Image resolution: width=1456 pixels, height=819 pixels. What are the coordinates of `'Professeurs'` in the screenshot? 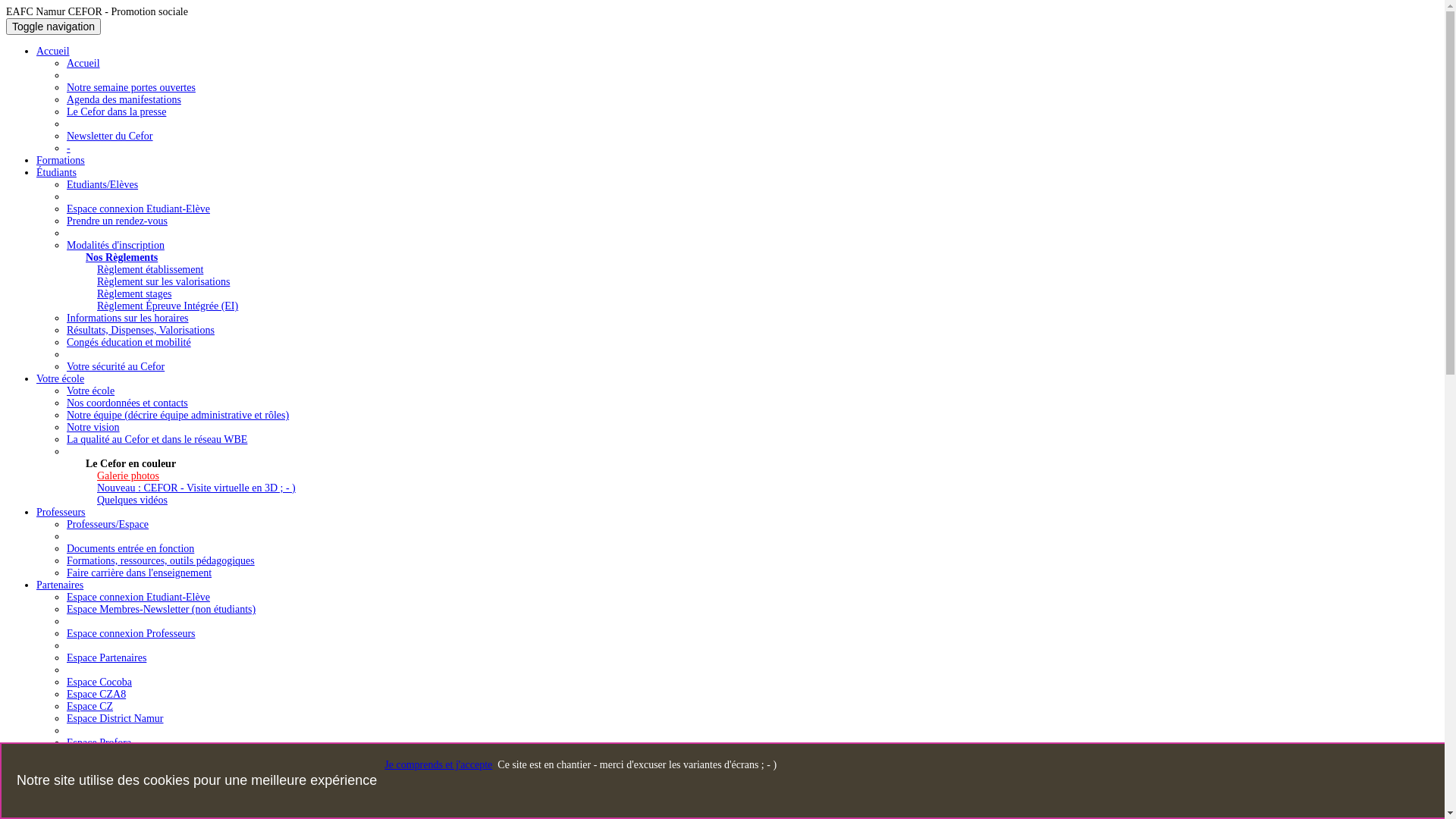 It's located at (61, 512).